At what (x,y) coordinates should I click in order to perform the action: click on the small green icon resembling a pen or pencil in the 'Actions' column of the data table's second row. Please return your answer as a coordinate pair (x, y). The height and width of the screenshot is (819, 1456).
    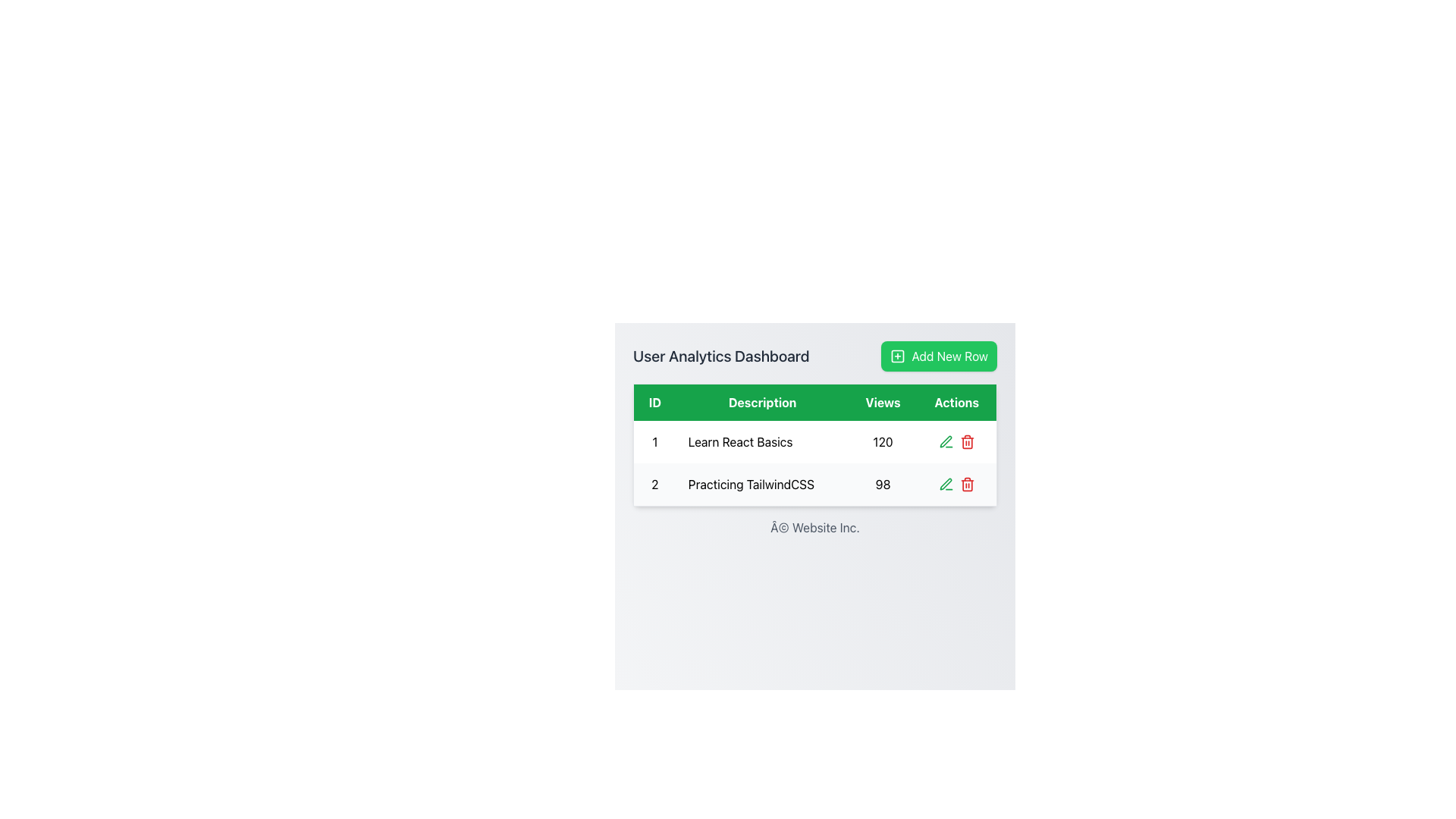
    Looking at the image, I should click on (945, 485).